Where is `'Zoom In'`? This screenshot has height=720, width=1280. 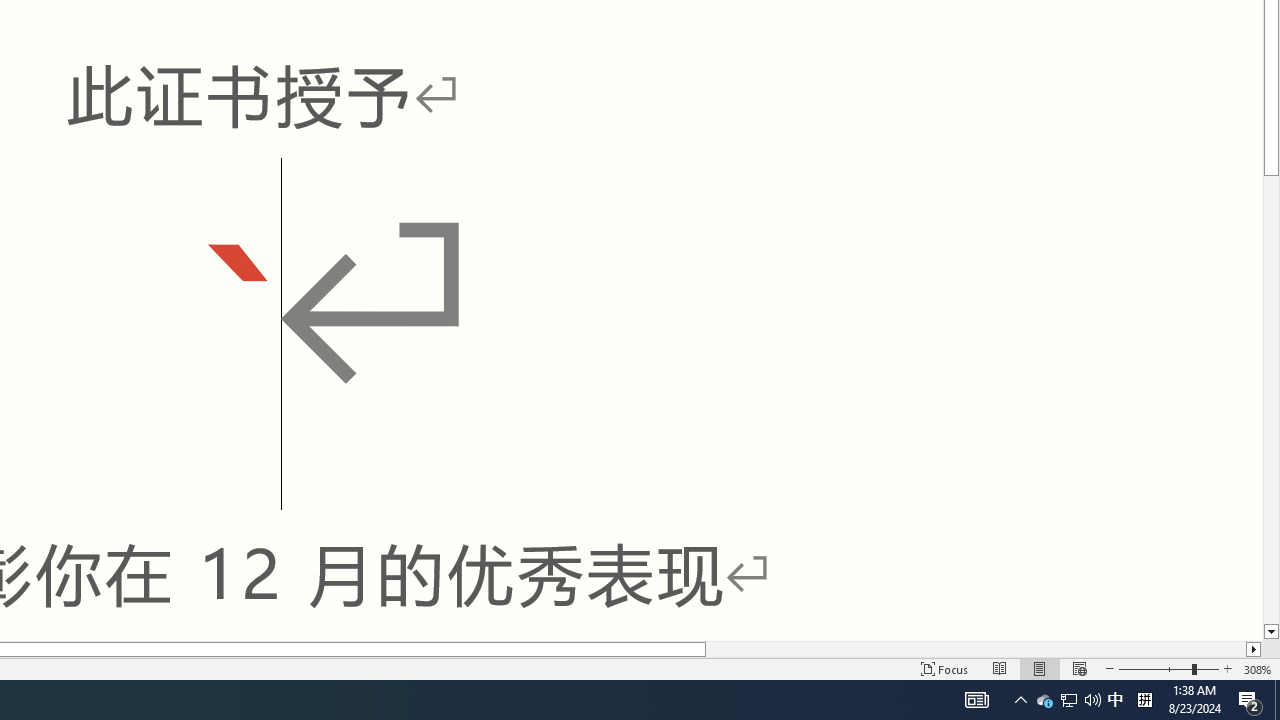 'Zoom In' is located at coordinates (1226, 669).